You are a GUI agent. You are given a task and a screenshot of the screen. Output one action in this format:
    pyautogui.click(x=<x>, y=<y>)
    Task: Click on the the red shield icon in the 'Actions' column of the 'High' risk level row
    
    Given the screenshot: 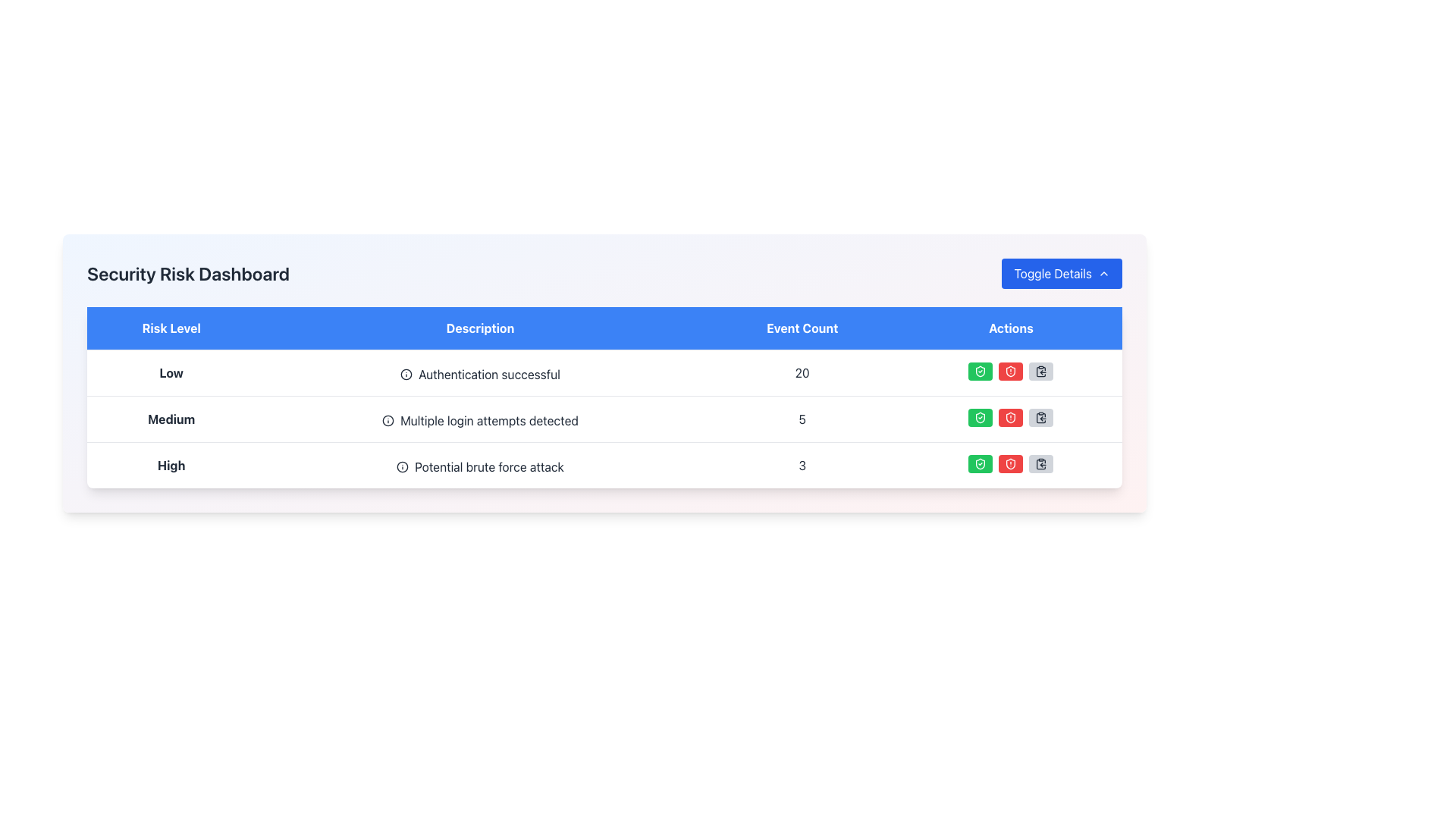 What is the action you would take?
    pyautogui.click(x=1011, y=463)
    